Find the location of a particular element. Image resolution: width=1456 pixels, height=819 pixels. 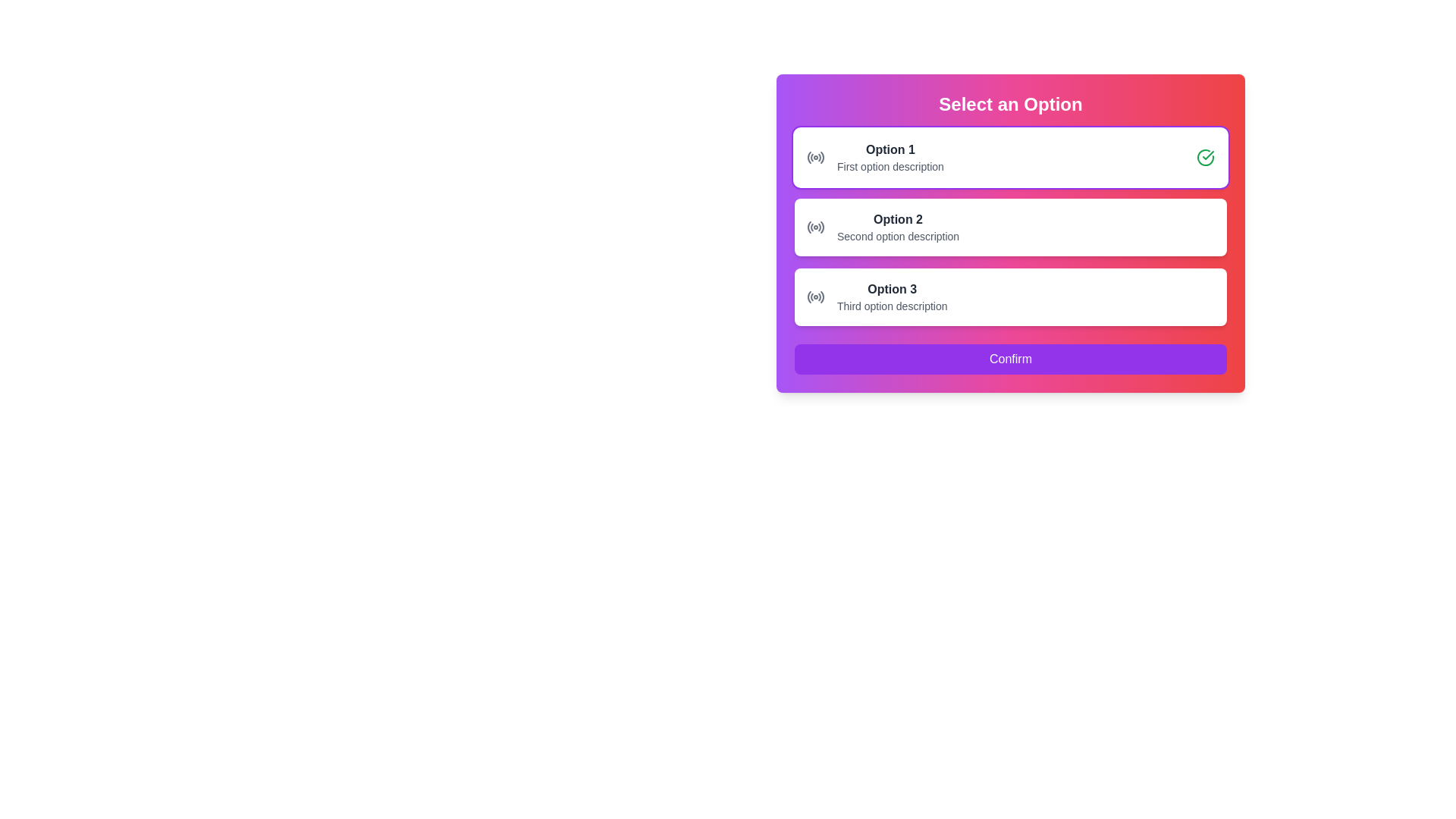

the Decorative radio icon located to the left of the 'Option 2' selection option, which is styled with a gray color and has radiating waves is located at coordinates (814, 227).